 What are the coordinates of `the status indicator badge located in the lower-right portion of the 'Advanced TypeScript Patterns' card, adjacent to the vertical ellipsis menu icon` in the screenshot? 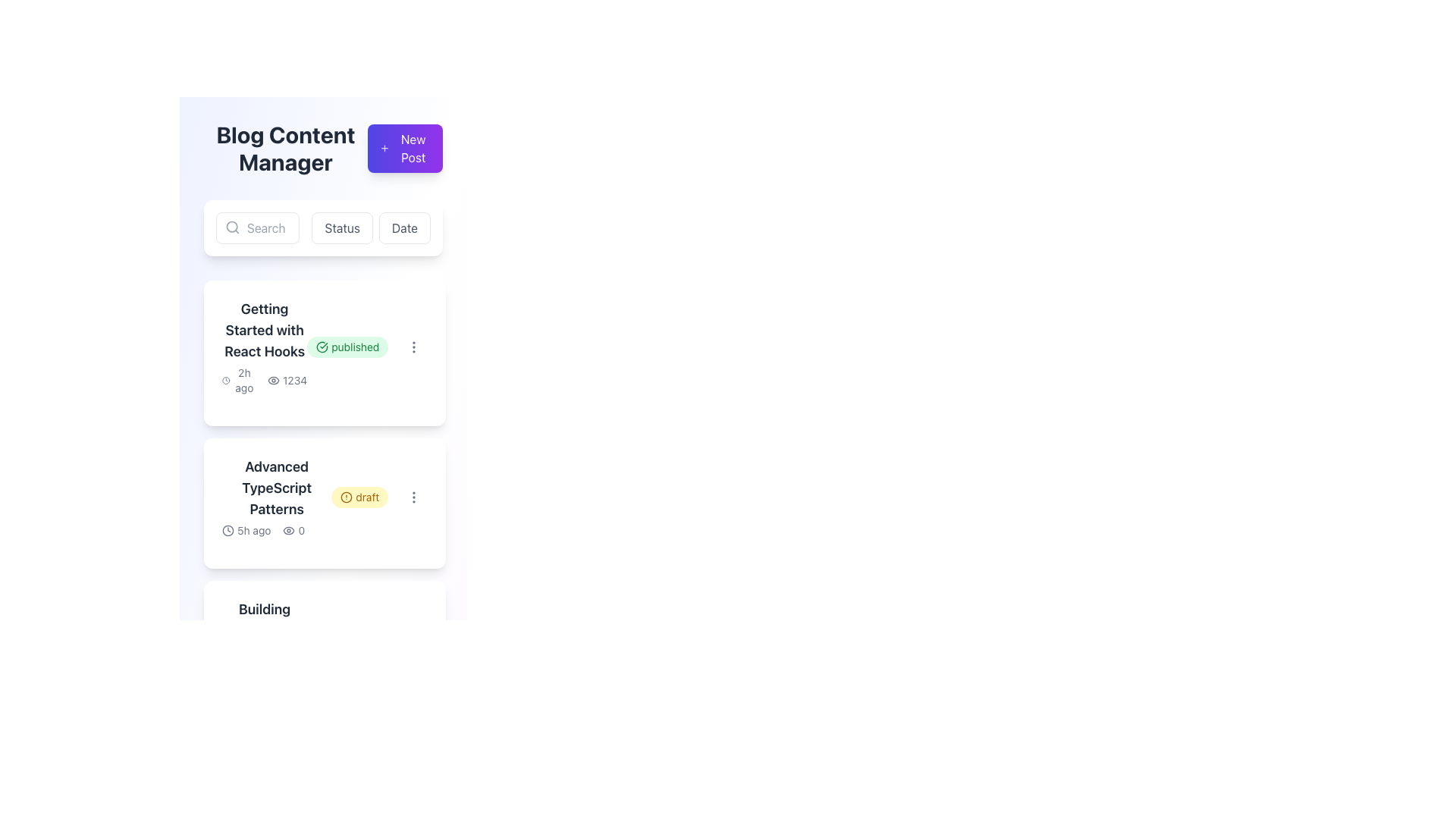 It's located at (379, 497).